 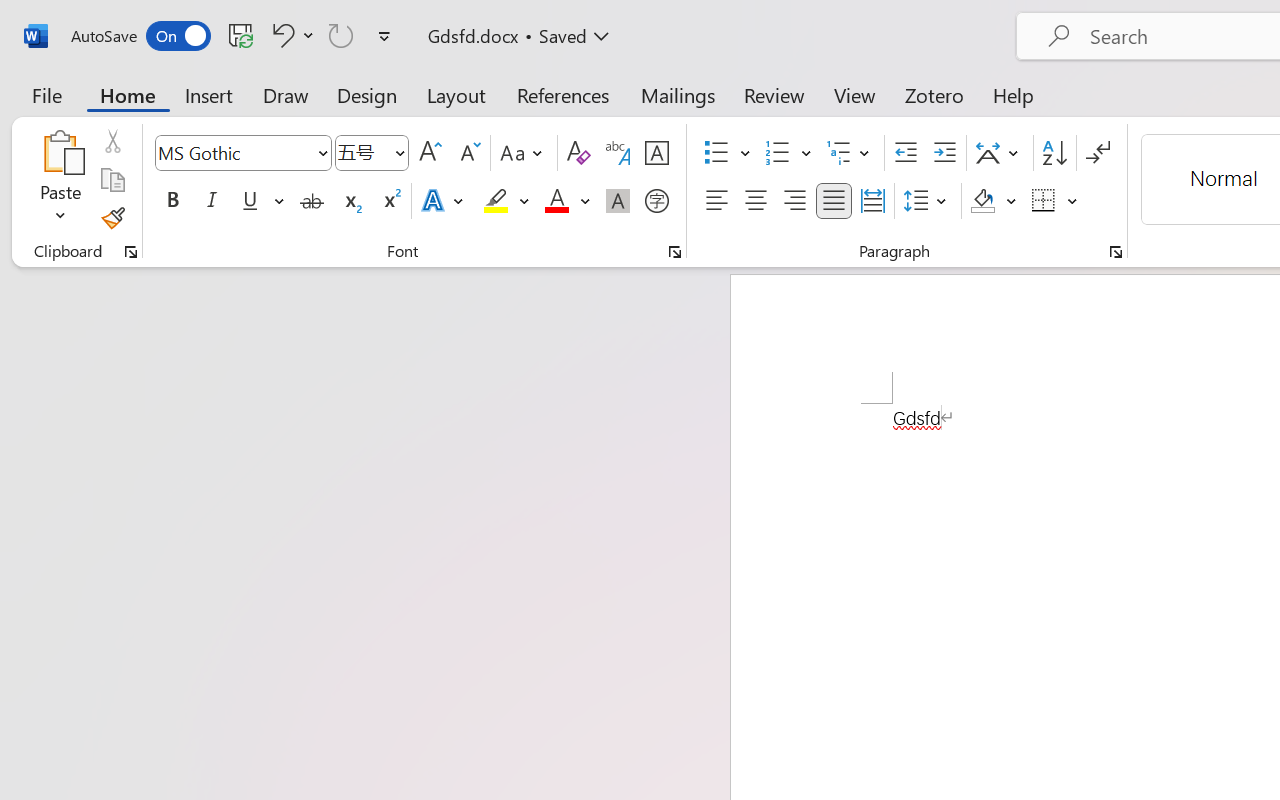 I want to click on 'Line and Paragraph Spacing', so click(x=927, y=201).